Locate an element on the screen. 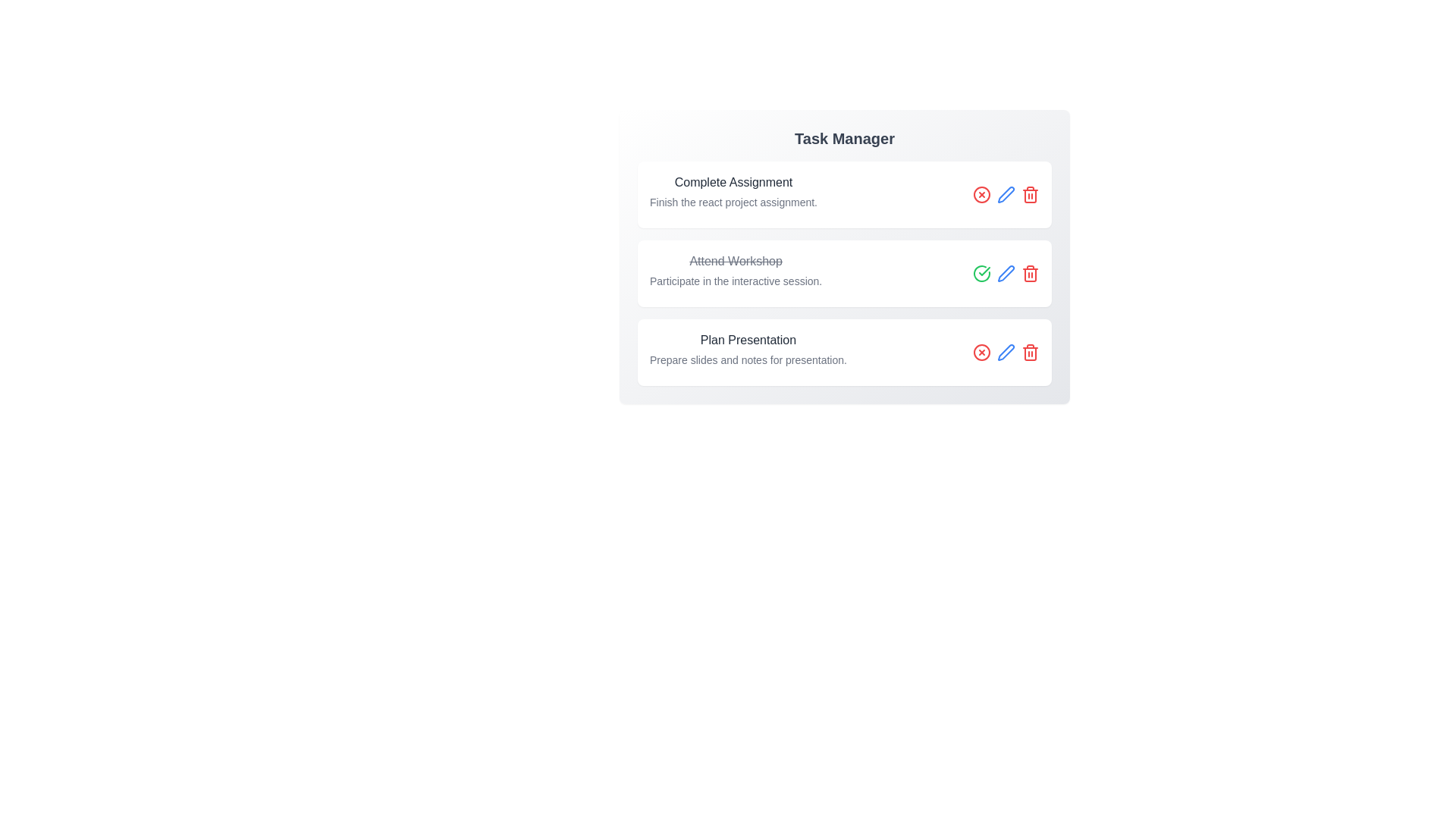 The width and height of the screenshot is (1456, 819). the edit button for the task titled 'Attend Workshop' is located at coordinates (1006, 274).